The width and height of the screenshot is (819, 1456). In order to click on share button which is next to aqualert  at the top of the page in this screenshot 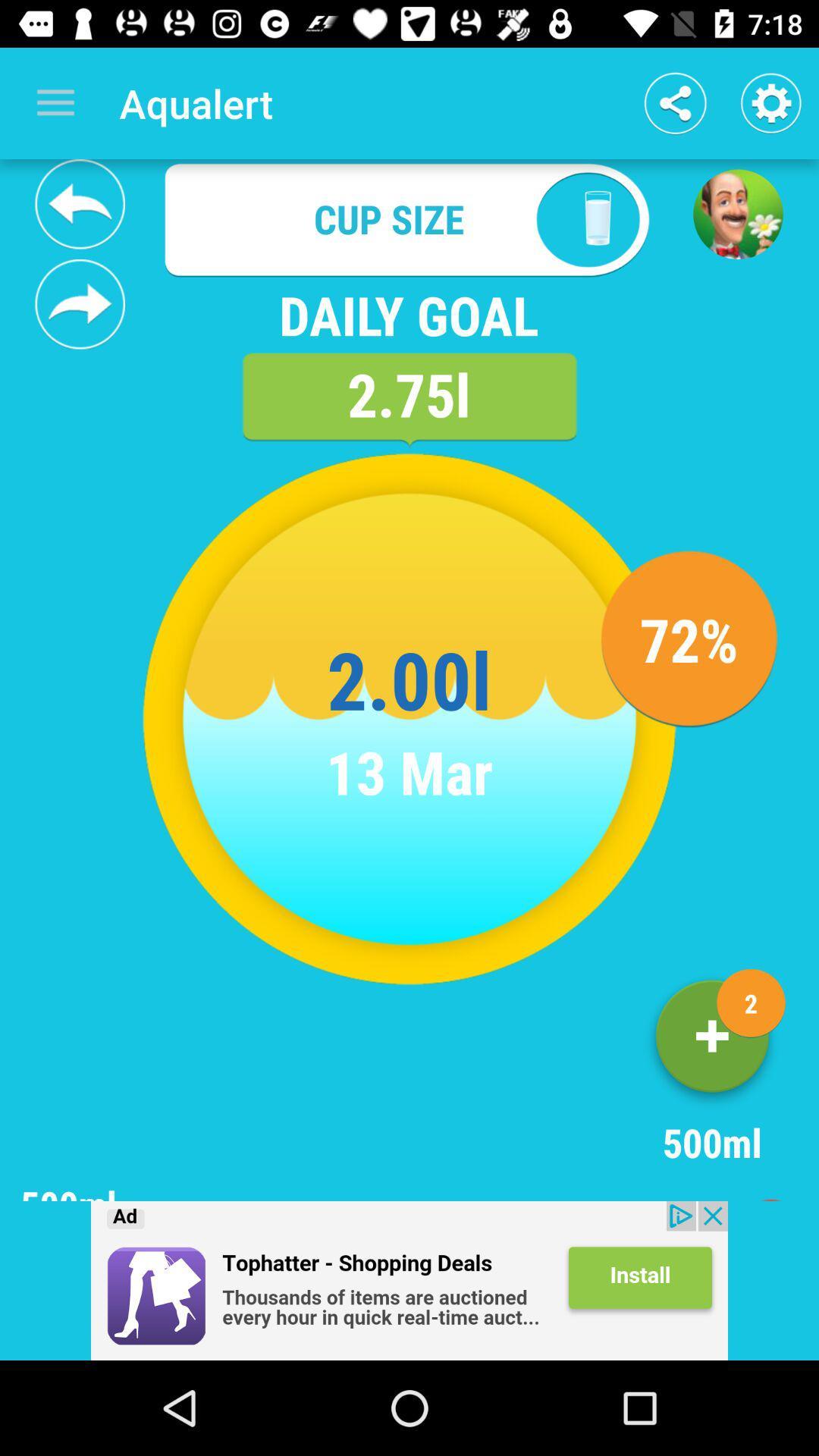, I will do `click(675, 103)`.